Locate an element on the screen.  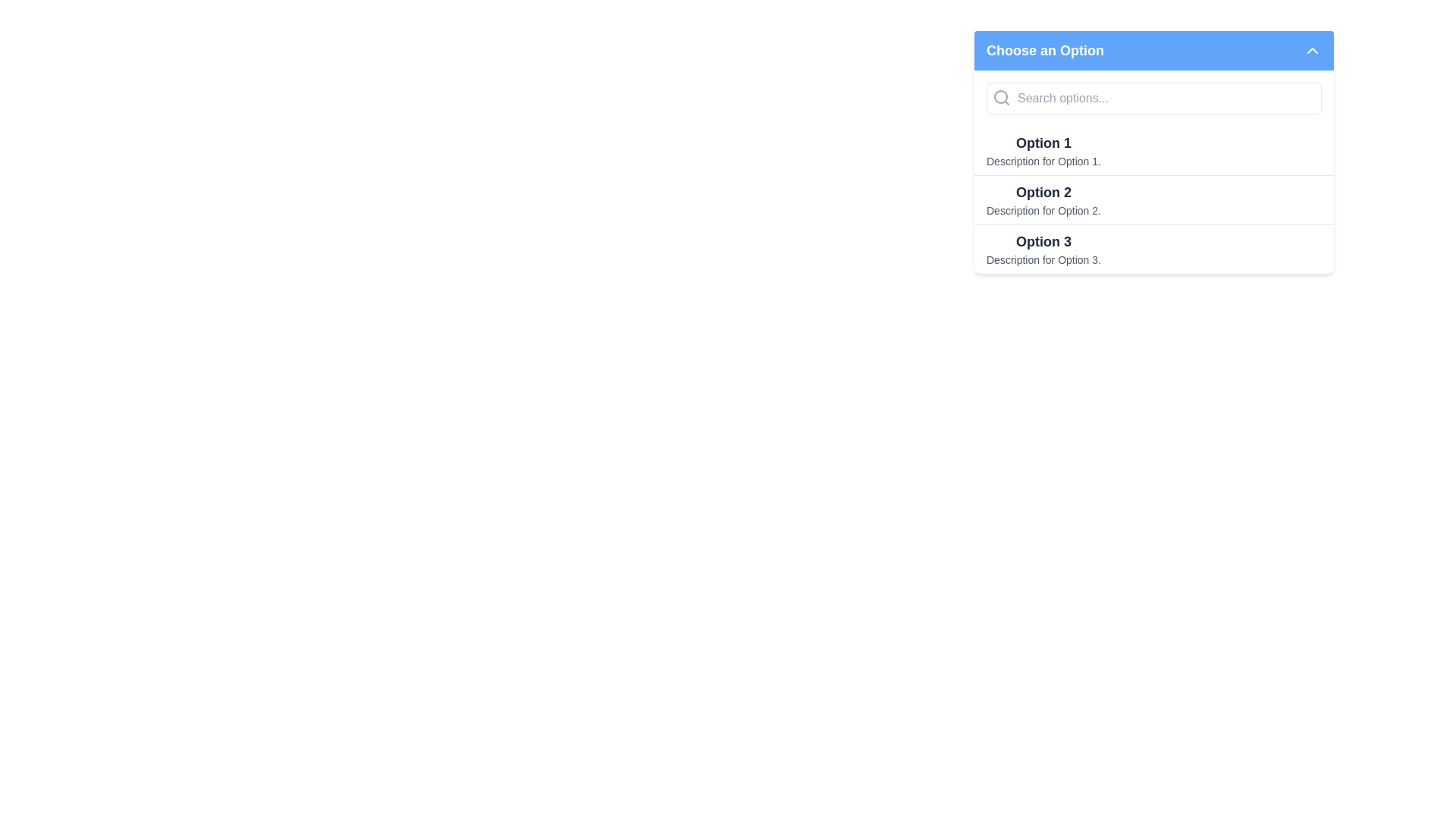
the second list item in the dropdown labeled 'Option 2' is located at coordinates (1043, 199).